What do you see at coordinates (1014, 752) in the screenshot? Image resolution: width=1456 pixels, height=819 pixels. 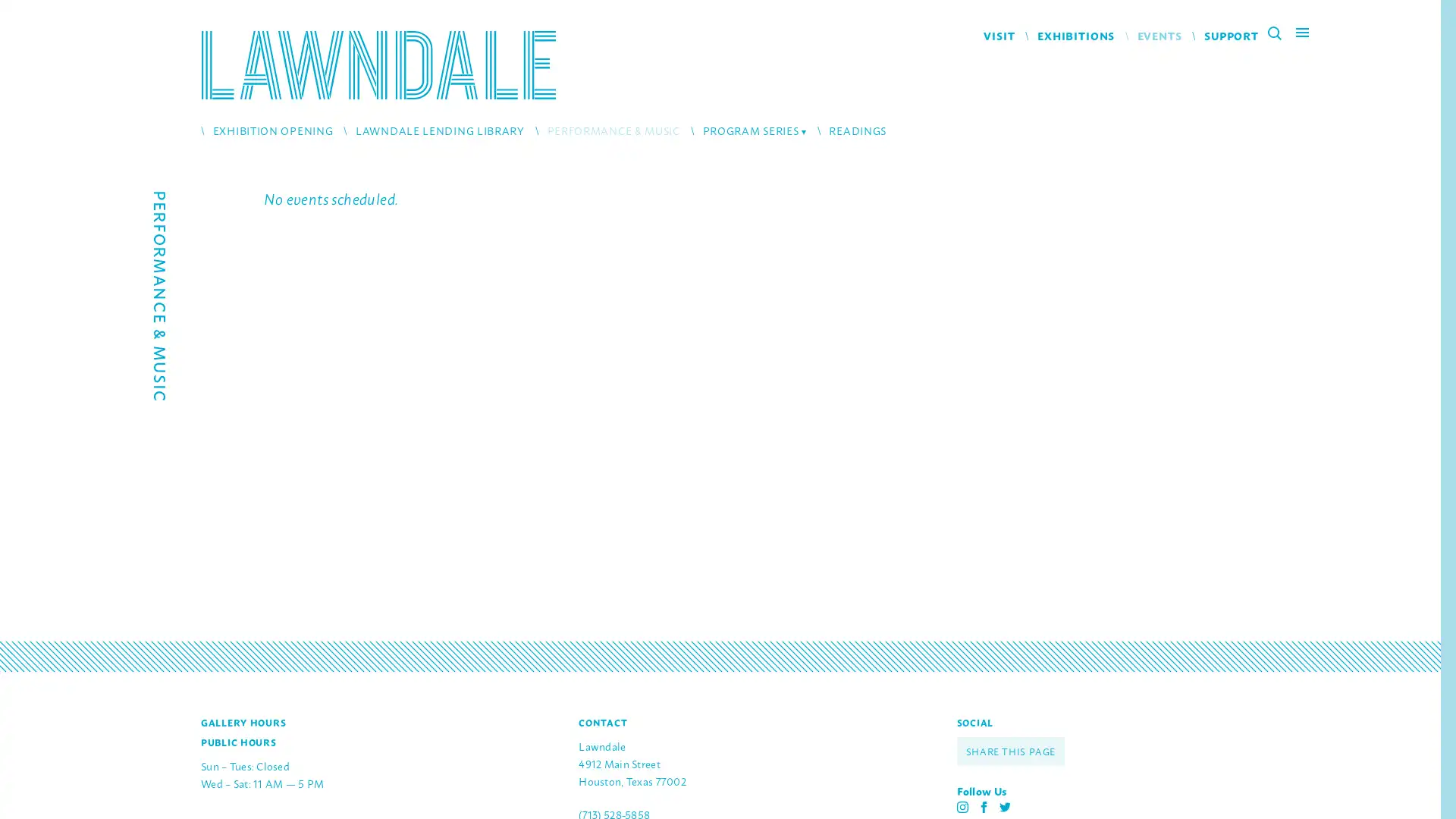 I see `SHARE THIS PAGE` at bounding box center [1014, 752].